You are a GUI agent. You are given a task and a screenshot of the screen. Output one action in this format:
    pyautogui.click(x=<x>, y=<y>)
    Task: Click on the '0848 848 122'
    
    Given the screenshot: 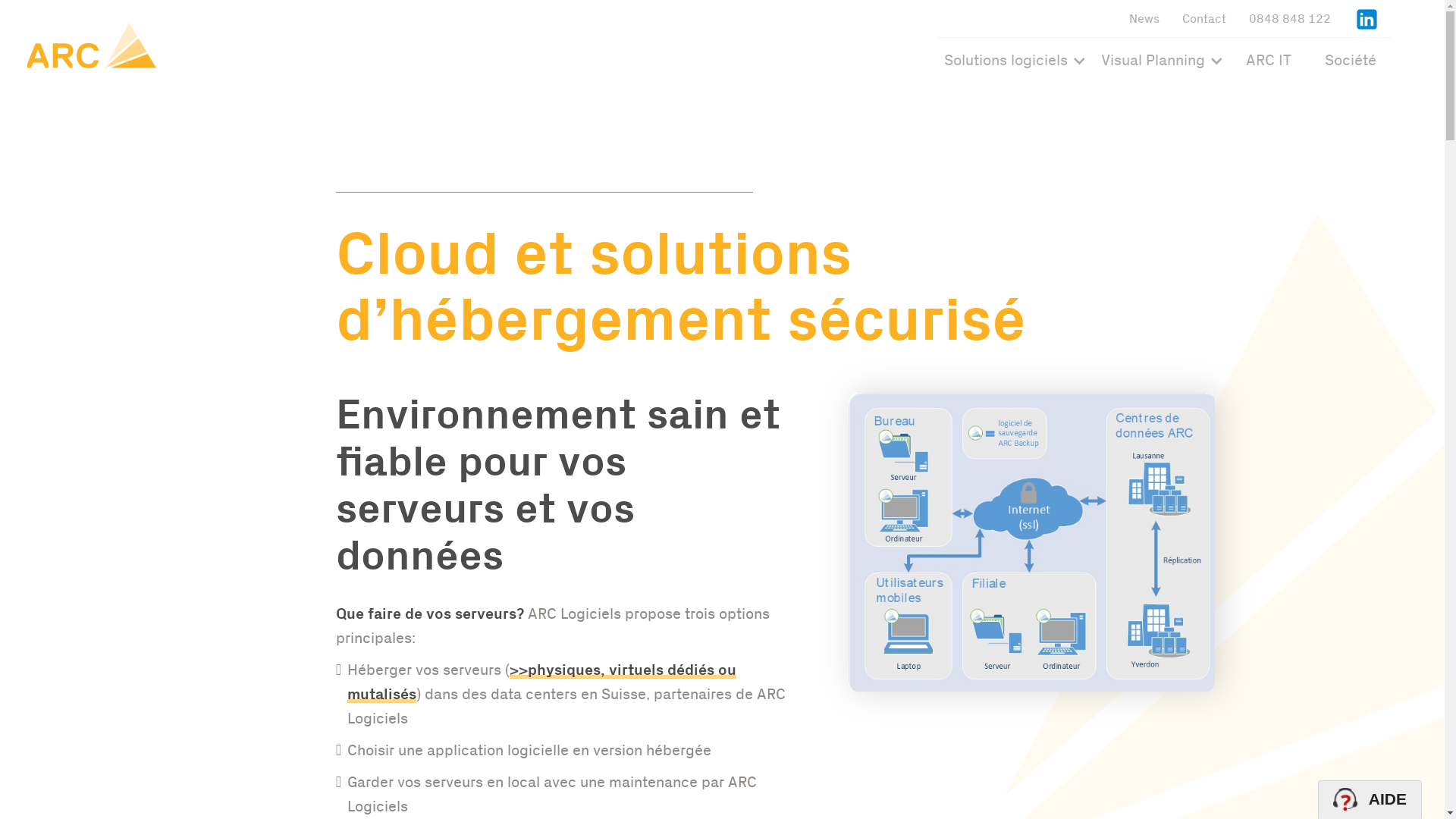 What is the action you would take?
    pyautogui.click(x=1288, y=18)
    